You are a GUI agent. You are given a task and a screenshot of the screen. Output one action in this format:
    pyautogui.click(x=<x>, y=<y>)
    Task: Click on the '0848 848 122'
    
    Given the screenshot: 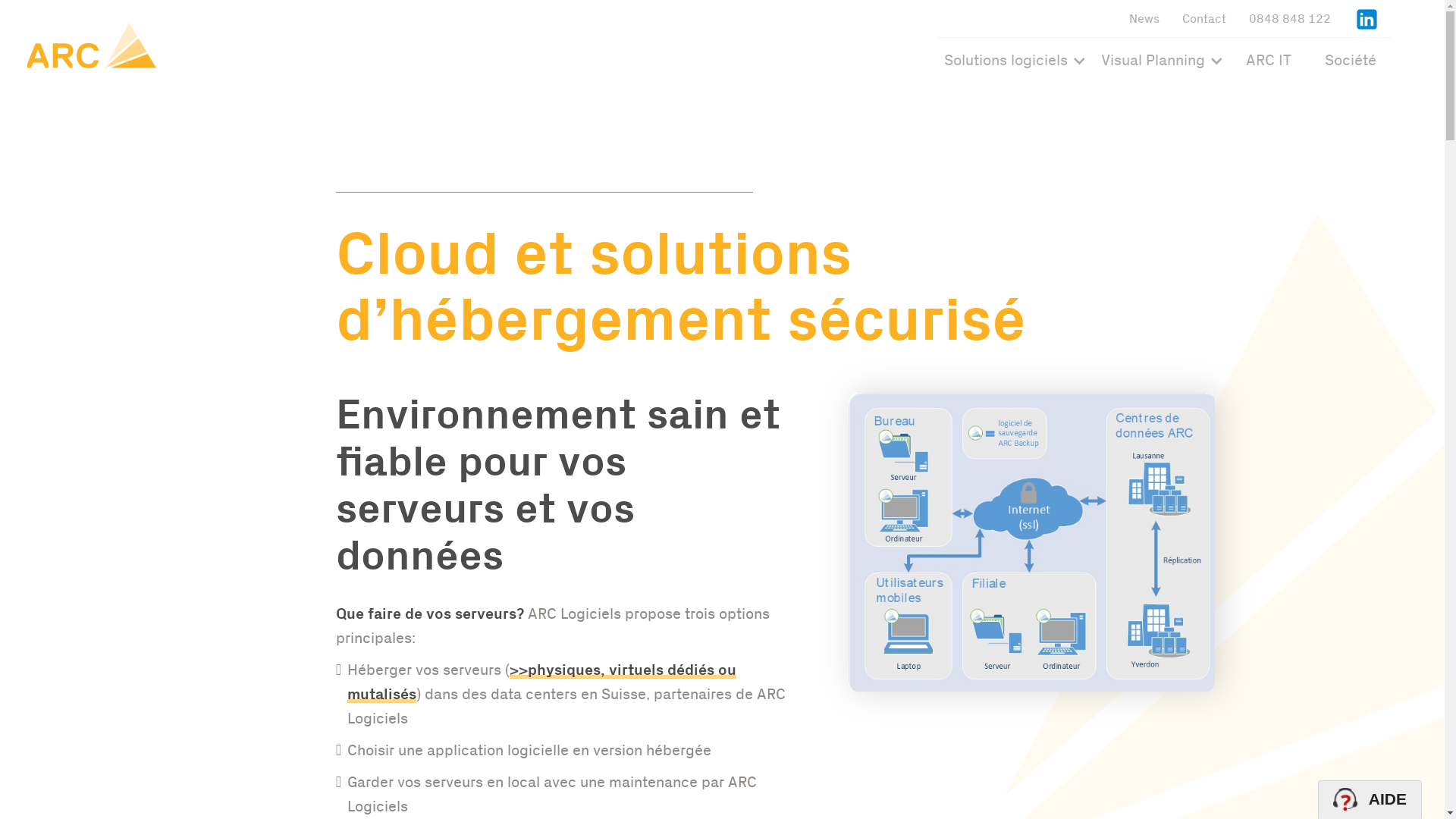 What is the action you would take?
    pyautogui.click(x=1288, y=18)
    